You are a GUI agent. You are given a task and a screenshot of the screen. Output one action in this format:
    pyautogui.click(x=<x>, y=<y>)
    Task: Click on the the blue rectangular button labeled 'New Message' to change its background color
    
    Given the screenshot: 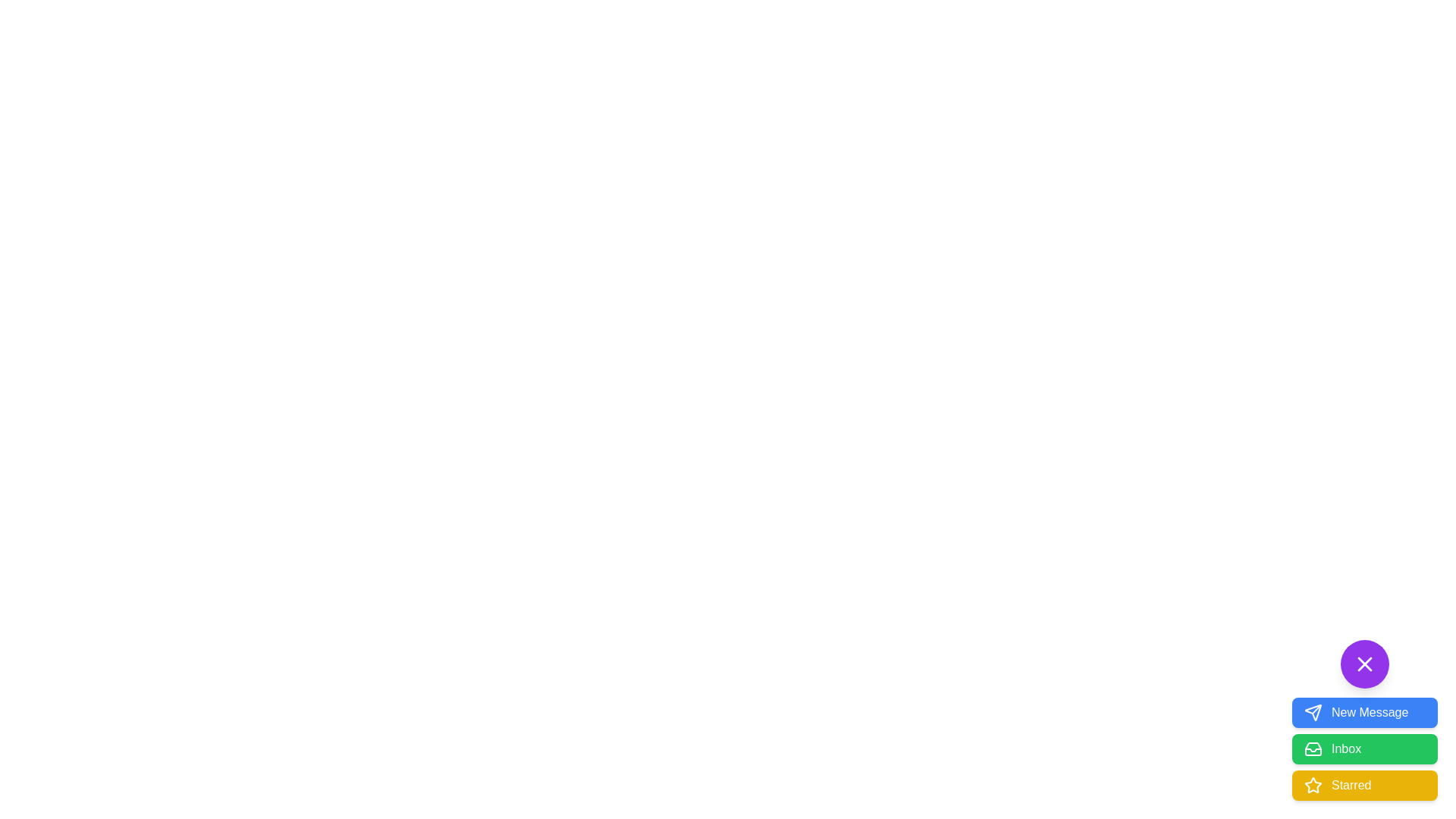 What is the action you would take?
    pyautogui.click(x=1365, y=719)
    